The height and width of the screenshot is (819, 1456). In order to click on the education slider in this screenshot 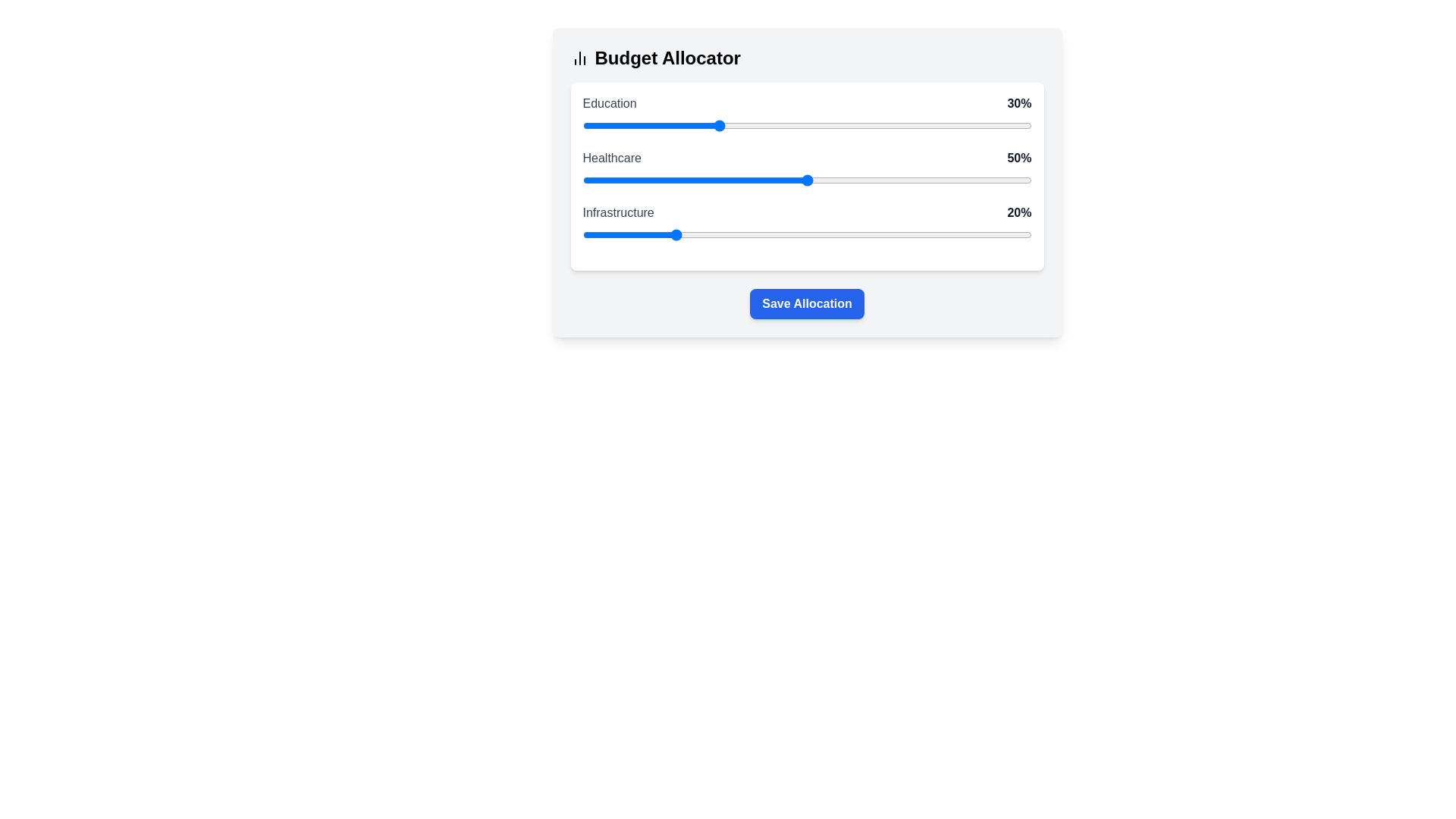, I will do `click(689, 124)`.